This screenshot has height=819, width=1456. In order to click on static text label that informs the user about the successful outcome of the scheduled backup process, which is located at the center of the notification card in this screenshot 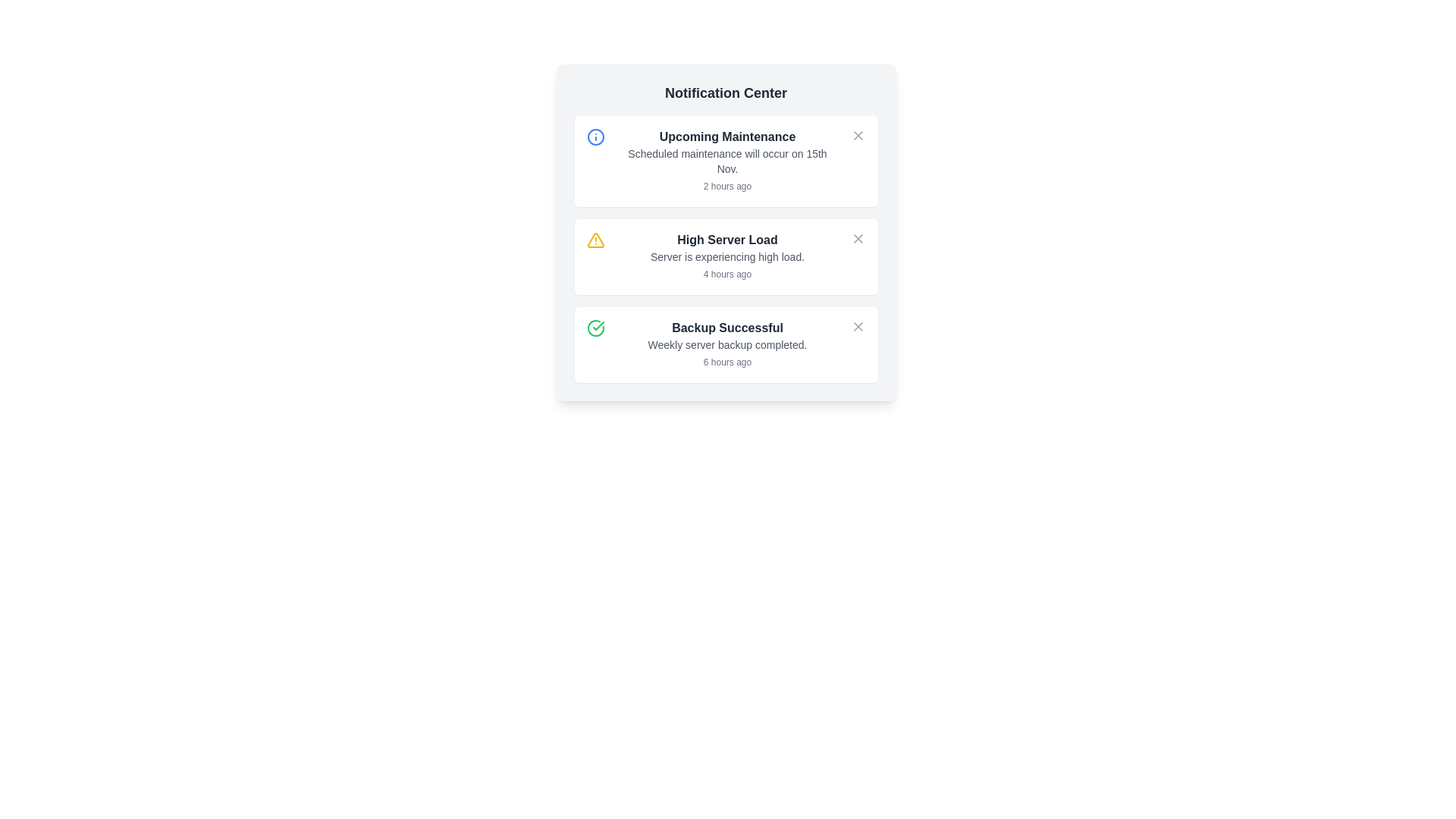, I will do `click(726, 327)`.